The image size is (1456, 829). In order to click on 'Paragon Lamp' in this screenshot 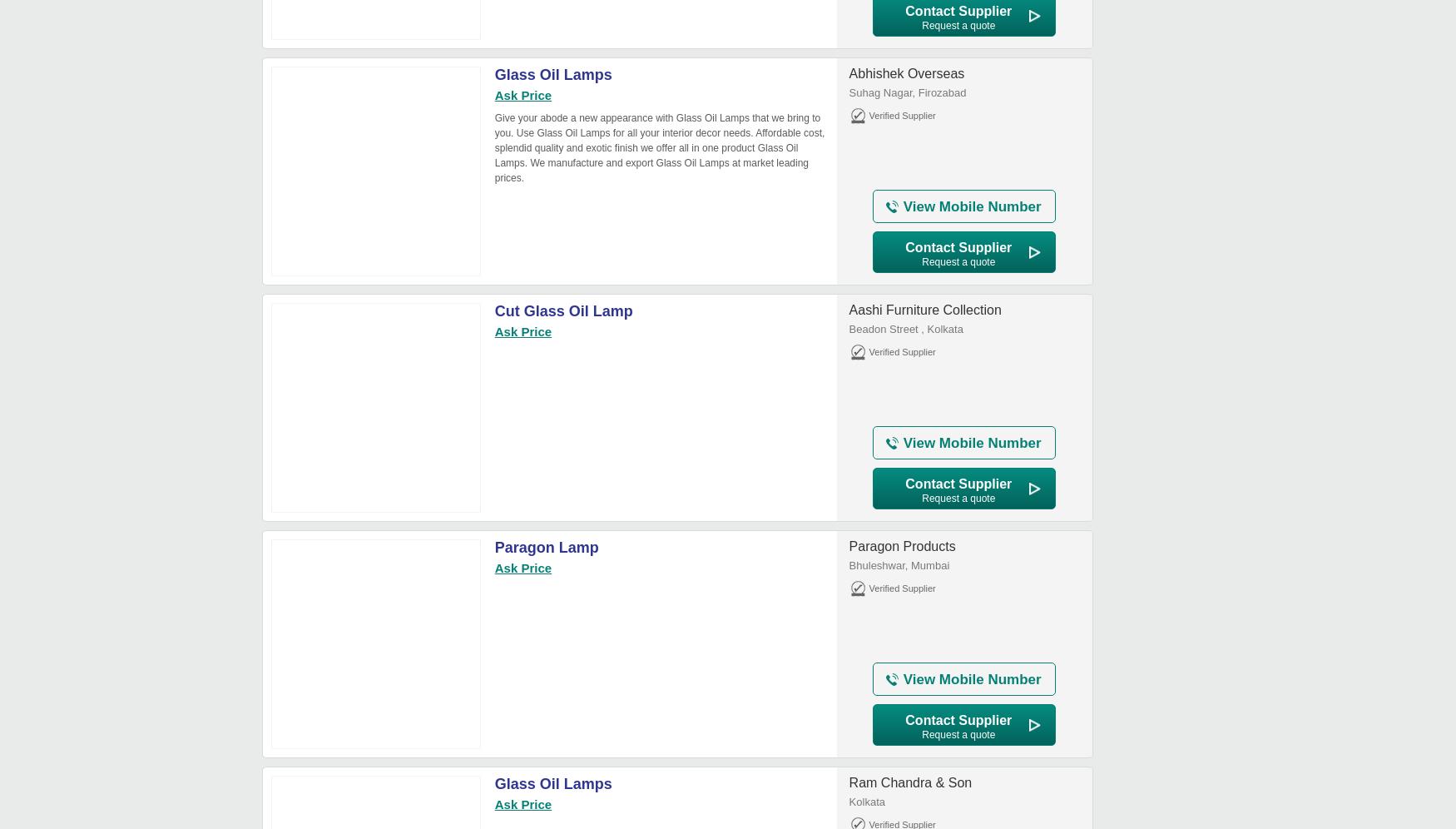, I will do `click(545, 546)`.